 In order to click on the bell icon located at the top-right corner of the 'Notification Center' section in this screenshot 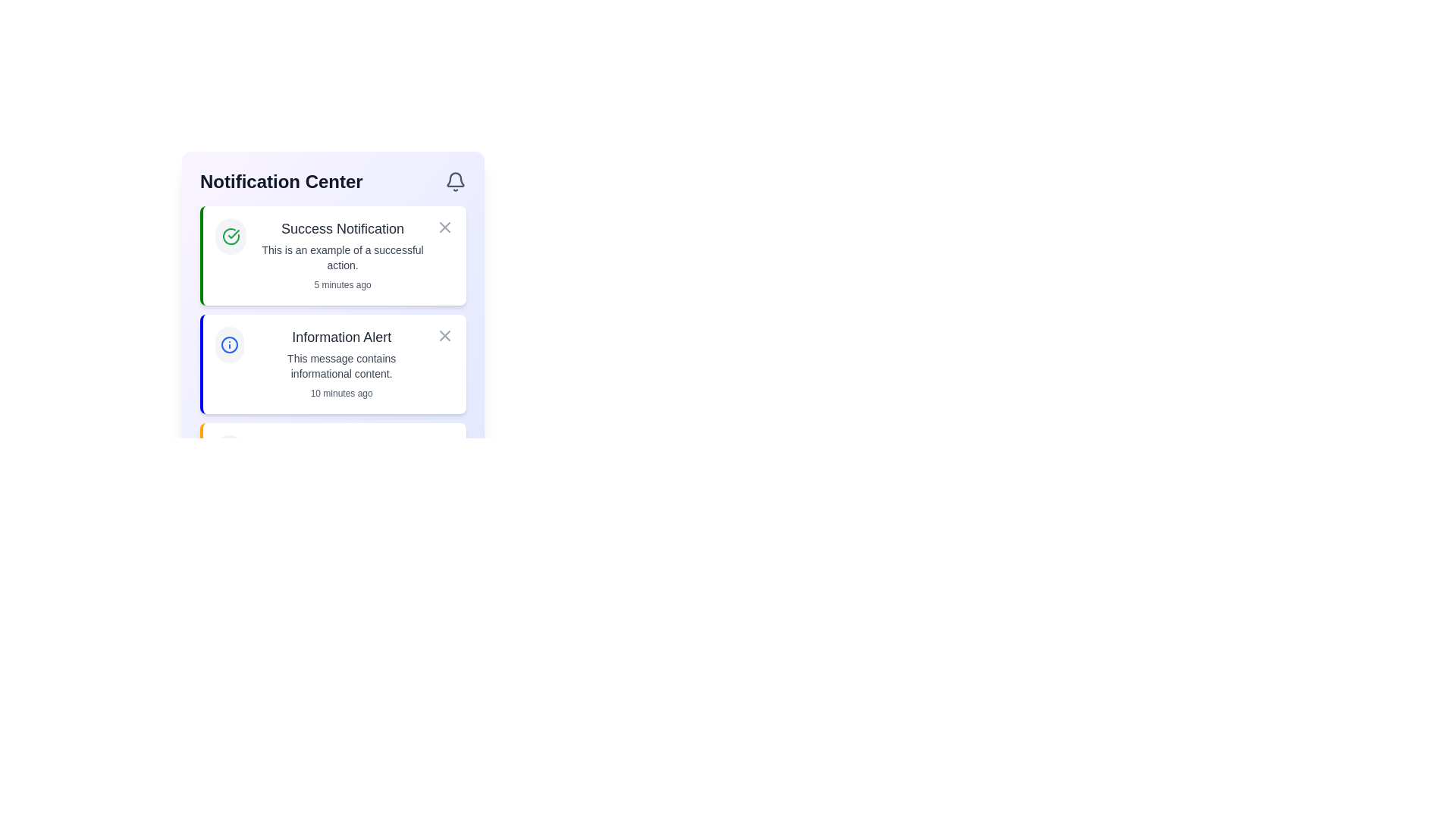, I will do `click(454, 180)`.